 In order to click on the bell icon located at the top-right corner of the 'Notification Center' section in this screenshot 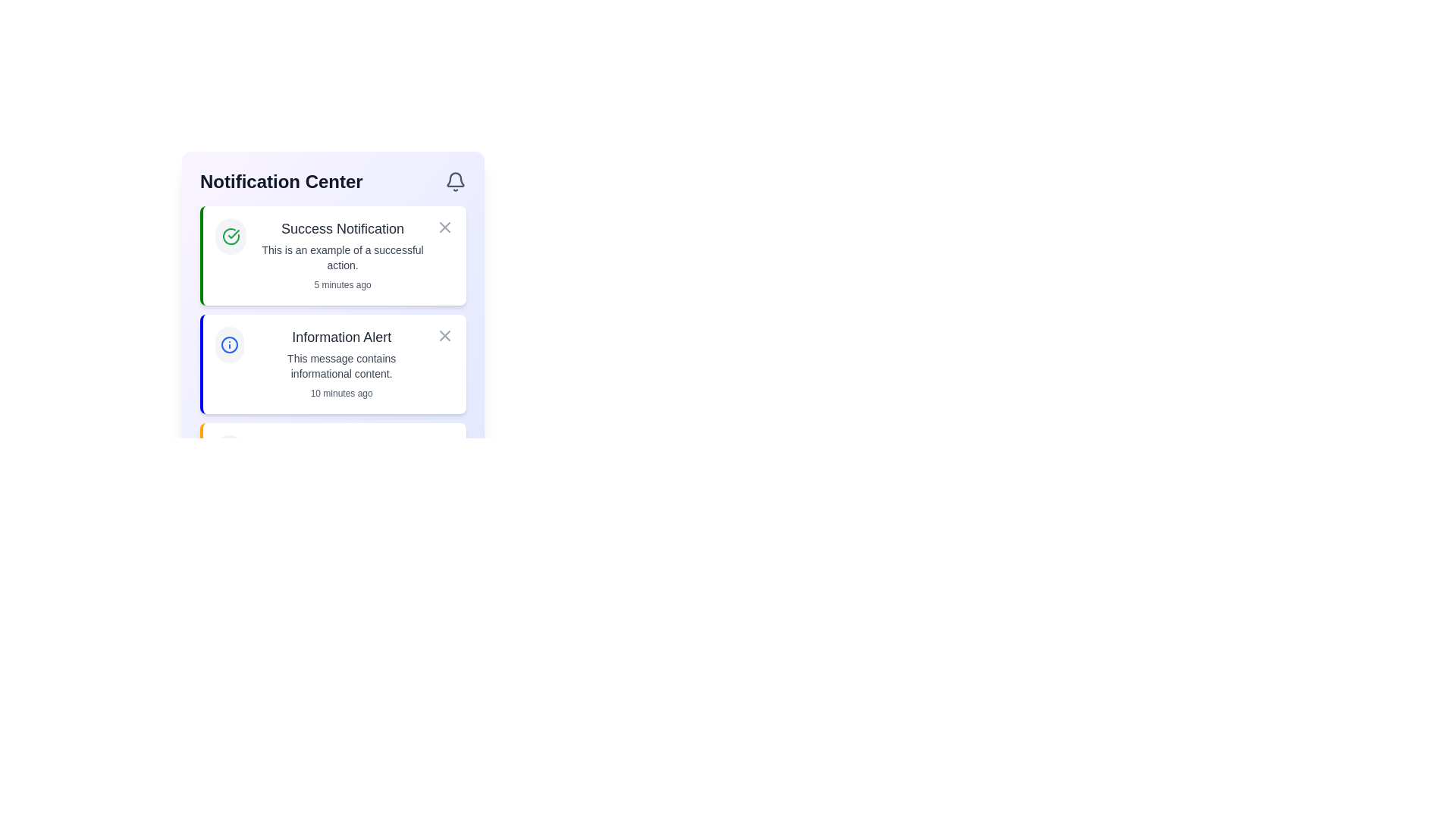, I will do `click(454, 180)`.